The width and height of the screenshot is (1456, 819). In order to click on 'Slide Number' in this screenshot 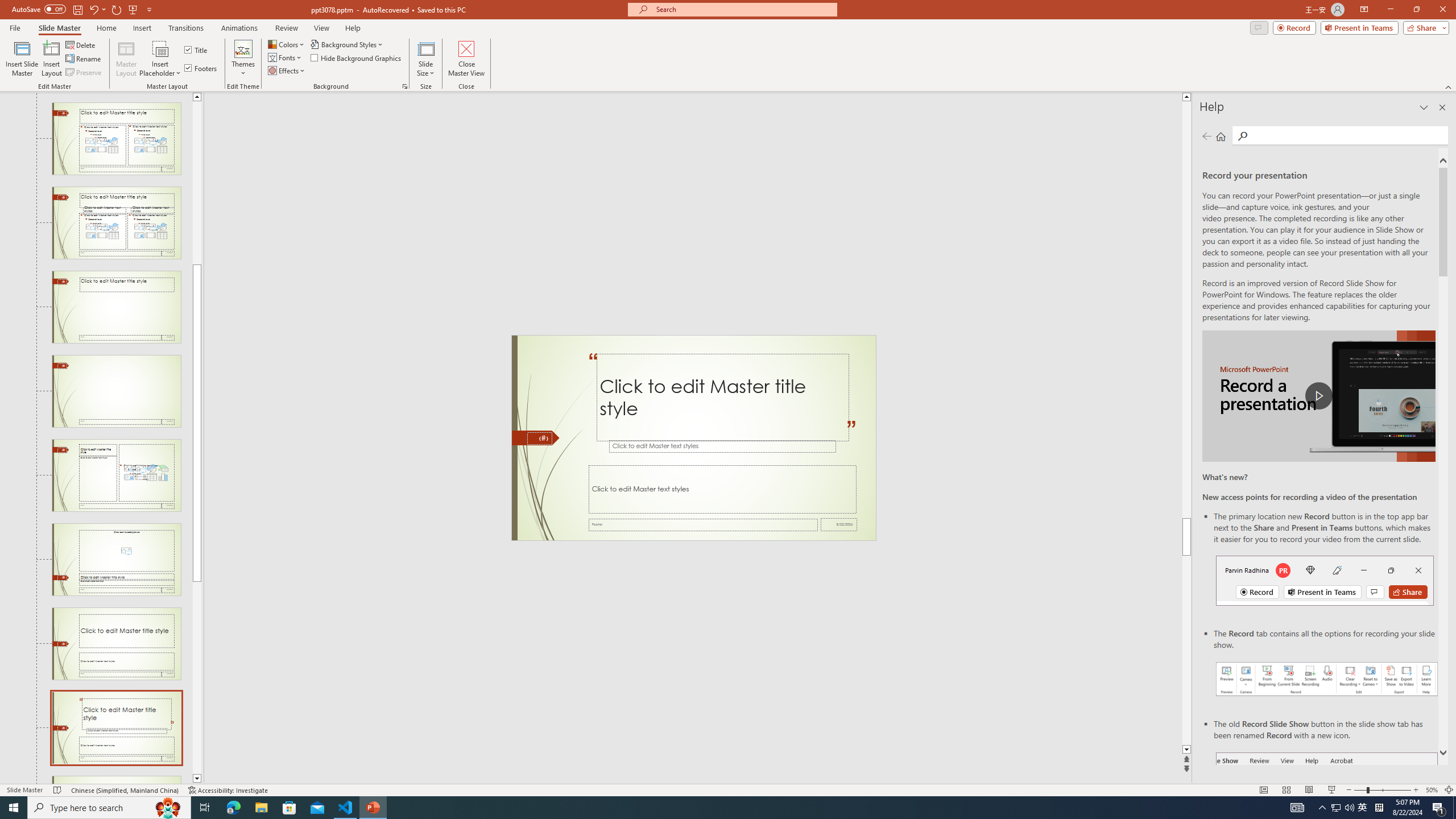, I will do `click(539, 438)`.